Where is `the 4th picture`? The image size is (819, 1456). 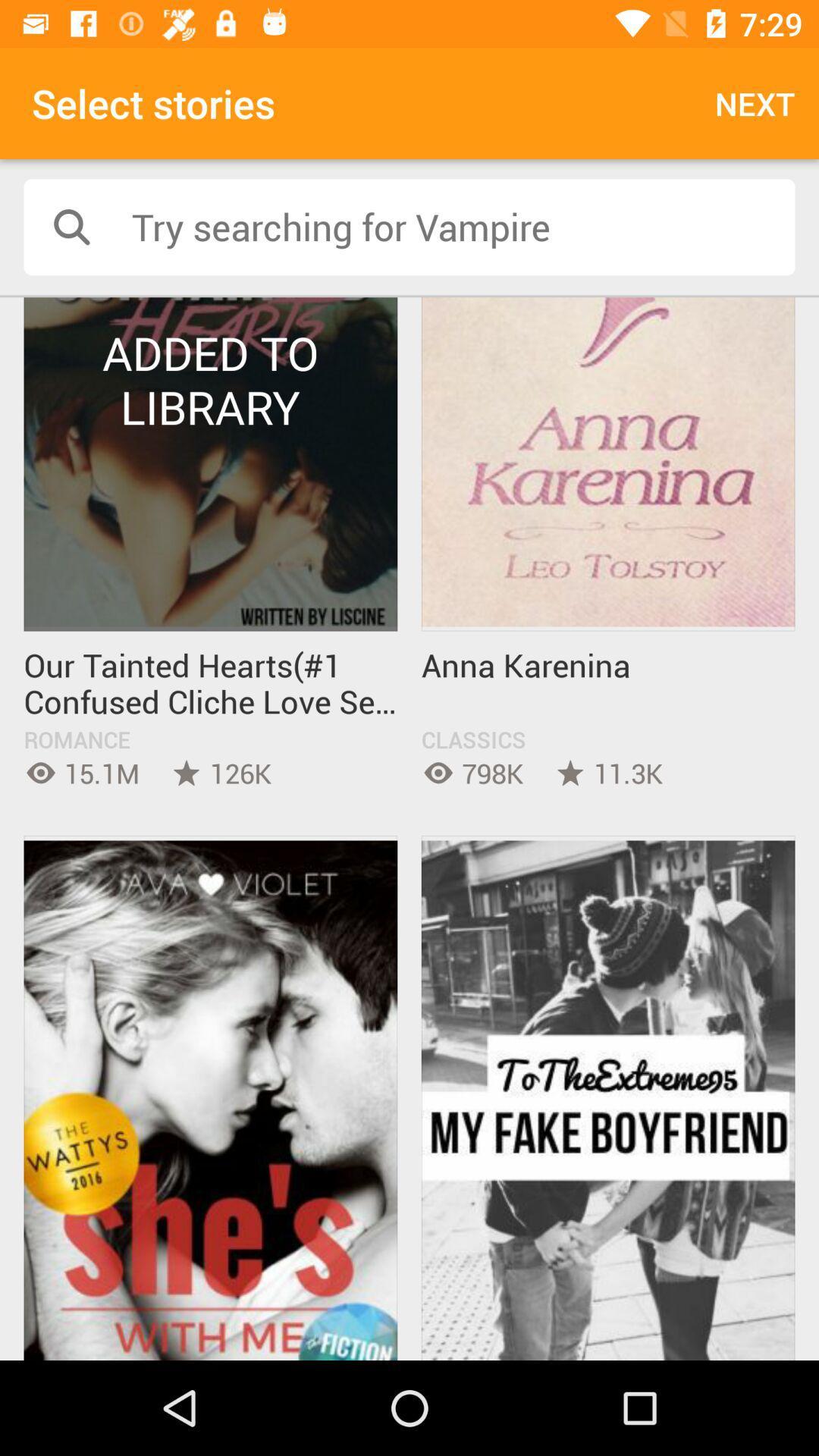 the 4th picture is located at coordinates (607, 1098).